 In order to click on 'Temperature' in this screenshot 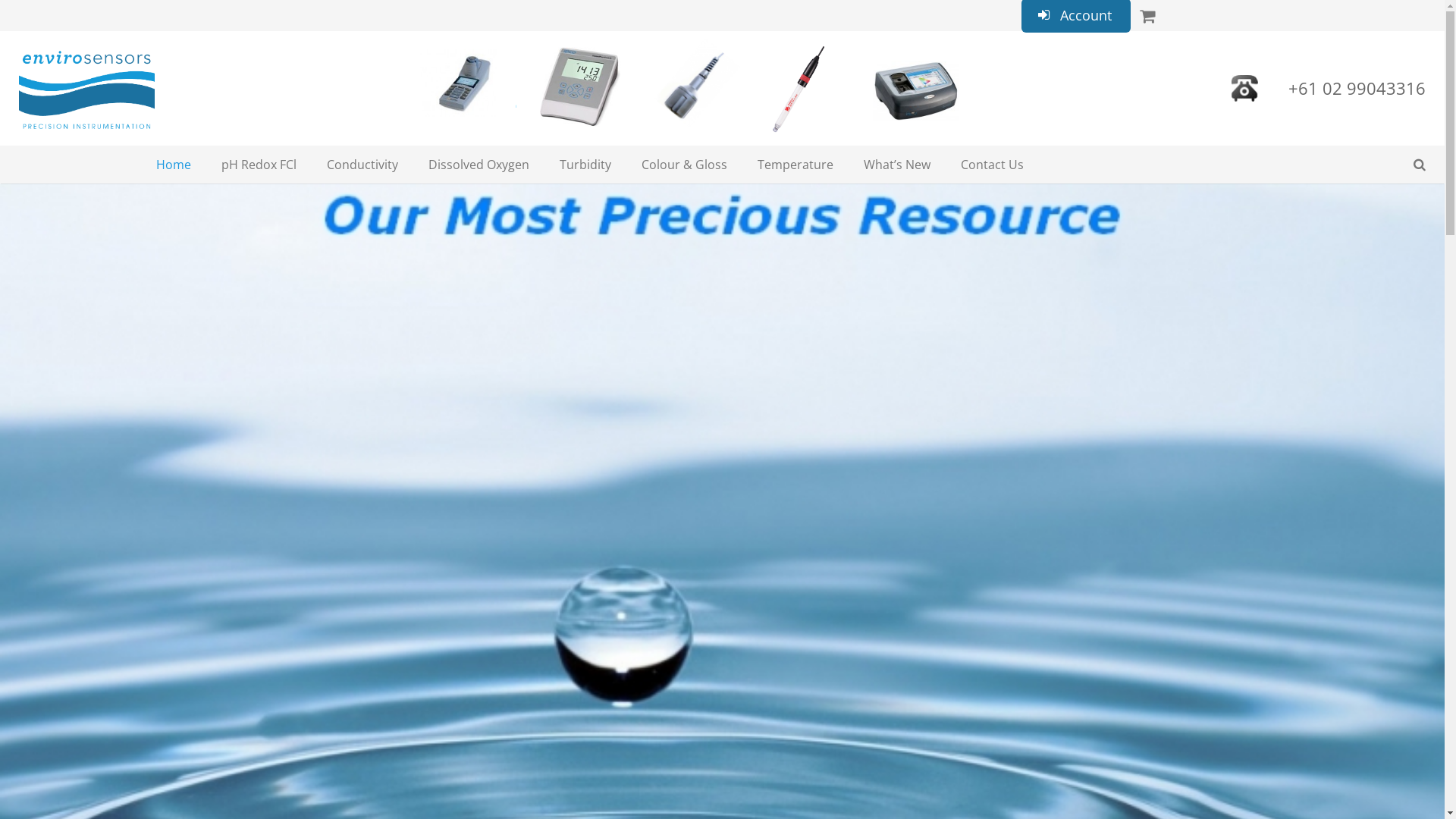, I will do `click(795, 164)`.